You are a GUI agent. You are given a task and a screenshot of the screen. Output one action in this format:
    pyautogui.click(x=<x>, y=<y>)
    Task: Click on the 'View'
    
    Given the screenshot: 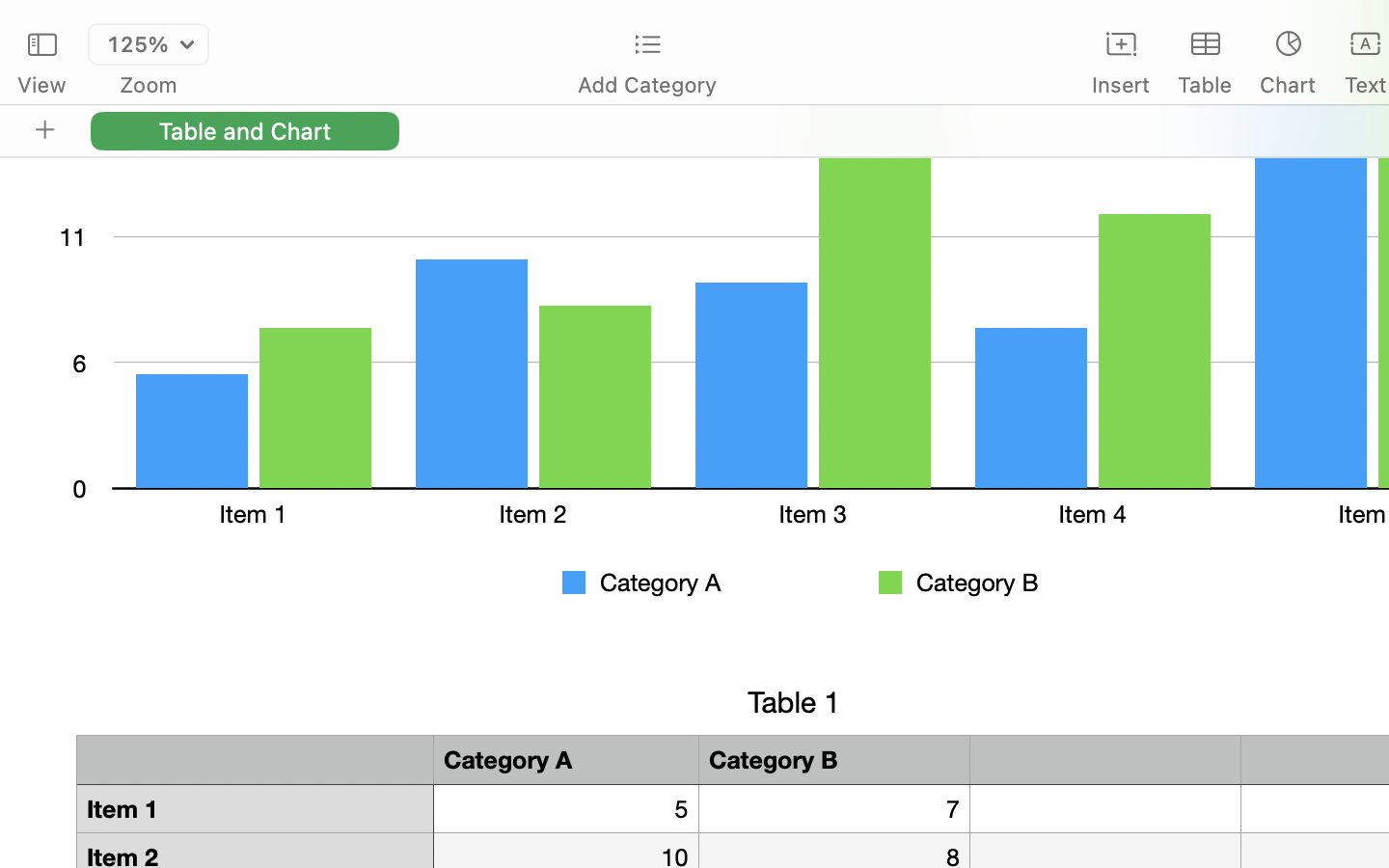 What is the action you would take?
    pyautogui.click(x=41, y=84)
    